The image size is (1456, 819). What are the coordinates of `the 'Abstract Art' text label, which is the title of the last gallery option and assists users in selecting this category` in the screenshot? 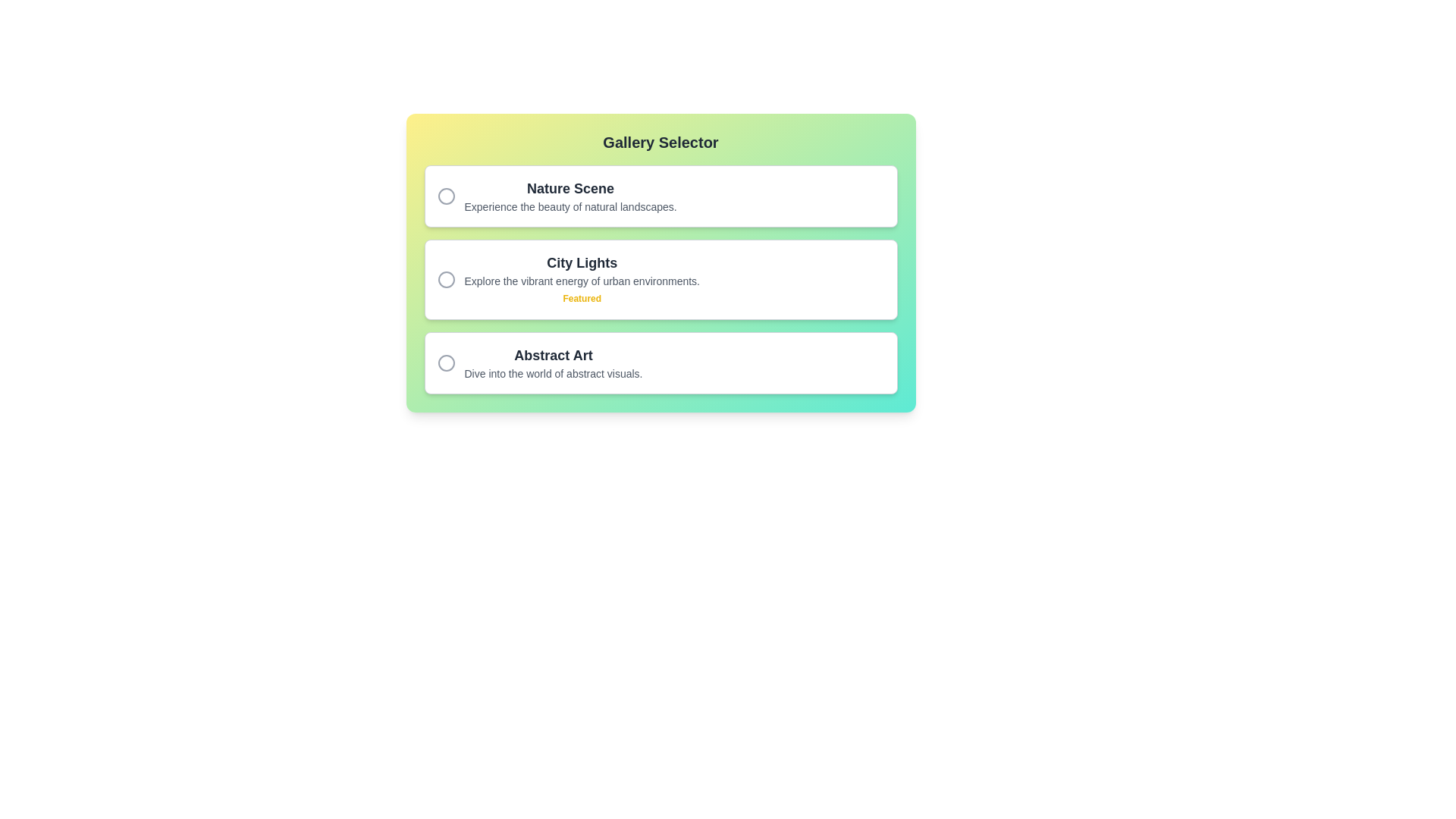 It's located at (552, 356).